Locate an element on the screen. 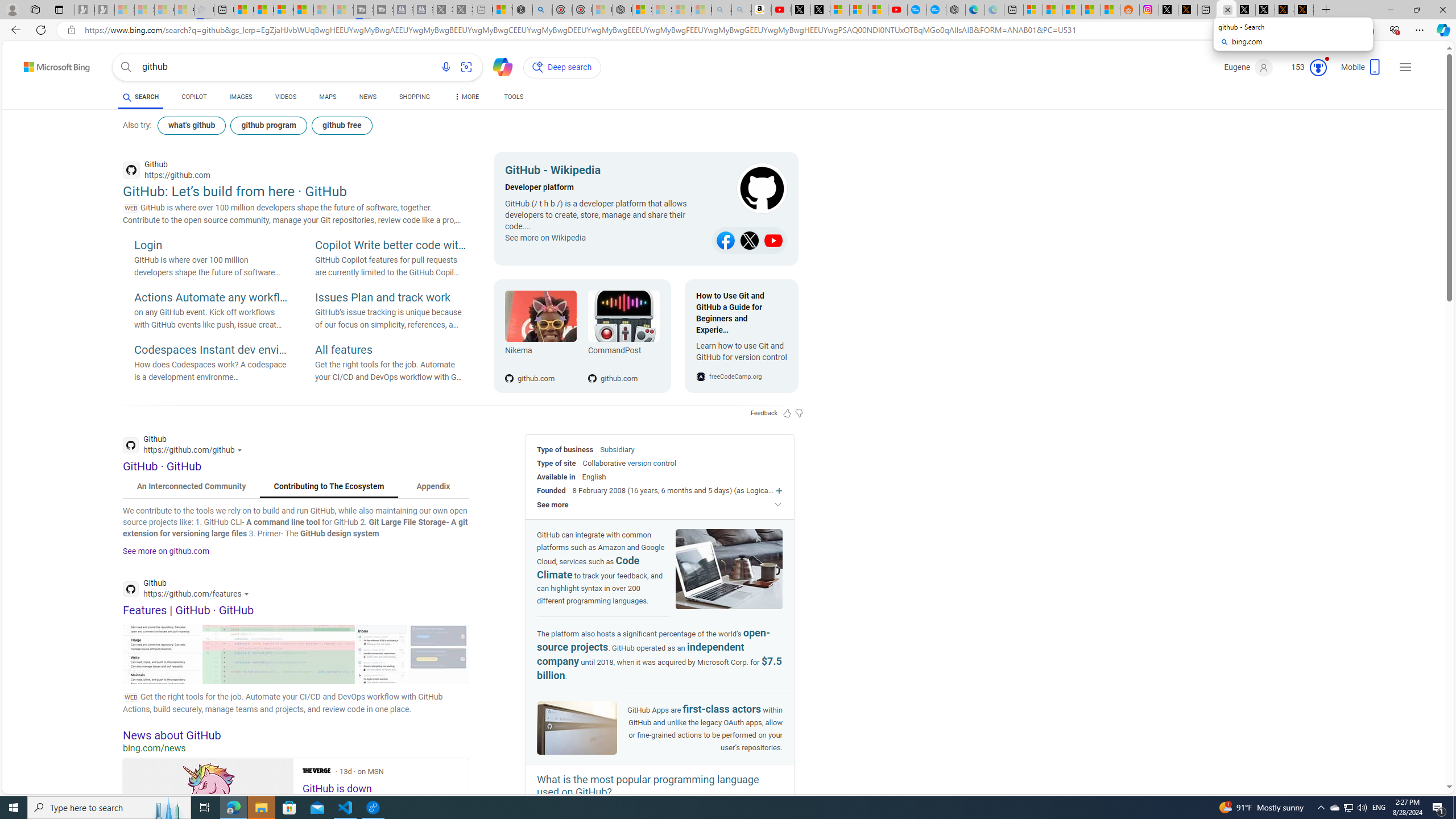 The width and height of the screenshot is (1456, 819). 'IMAGES' is located at coordinates (241, 96).